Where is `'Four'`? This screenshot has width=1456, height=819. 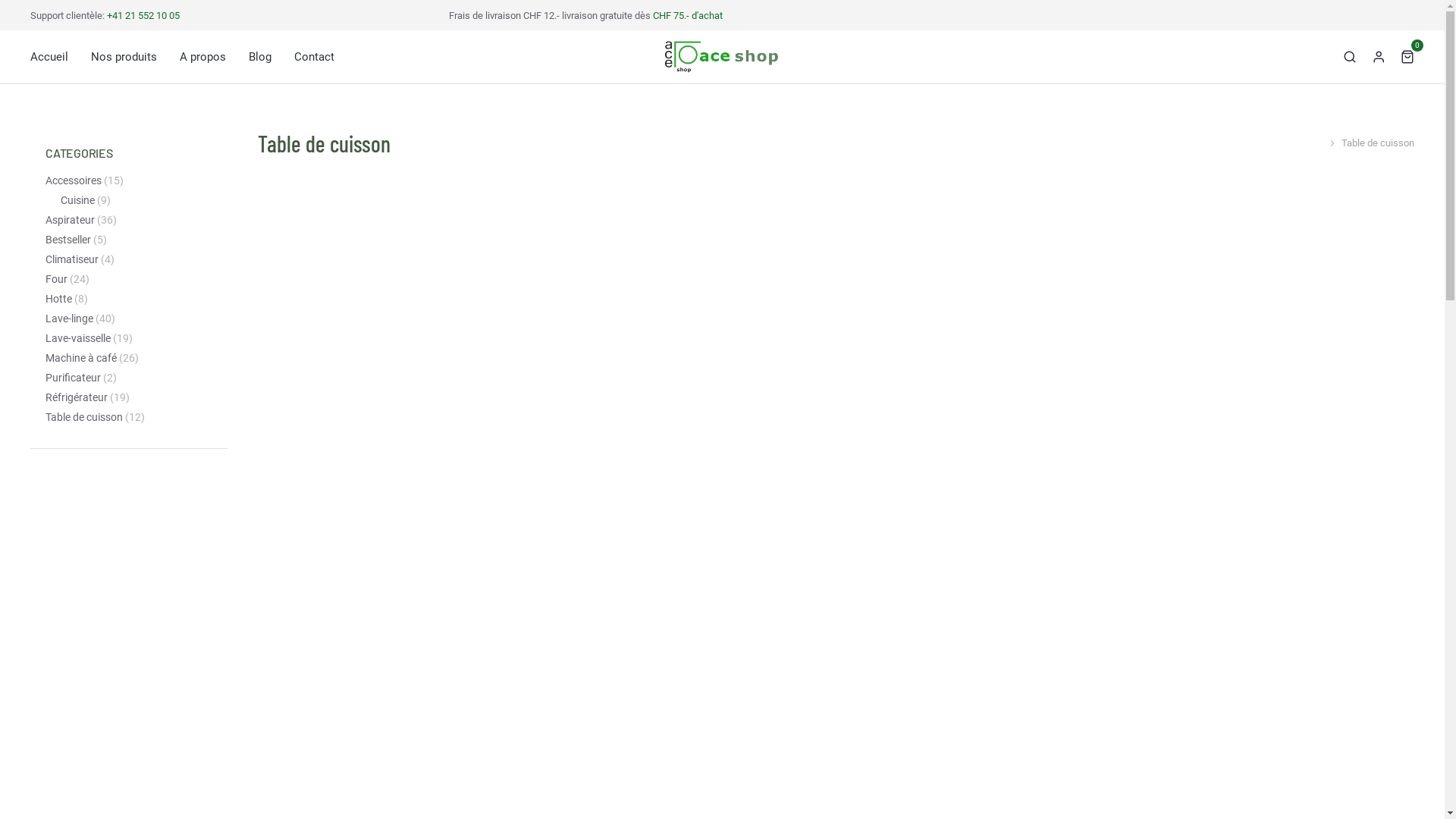 'Four' is located at coordinates (56, 279).